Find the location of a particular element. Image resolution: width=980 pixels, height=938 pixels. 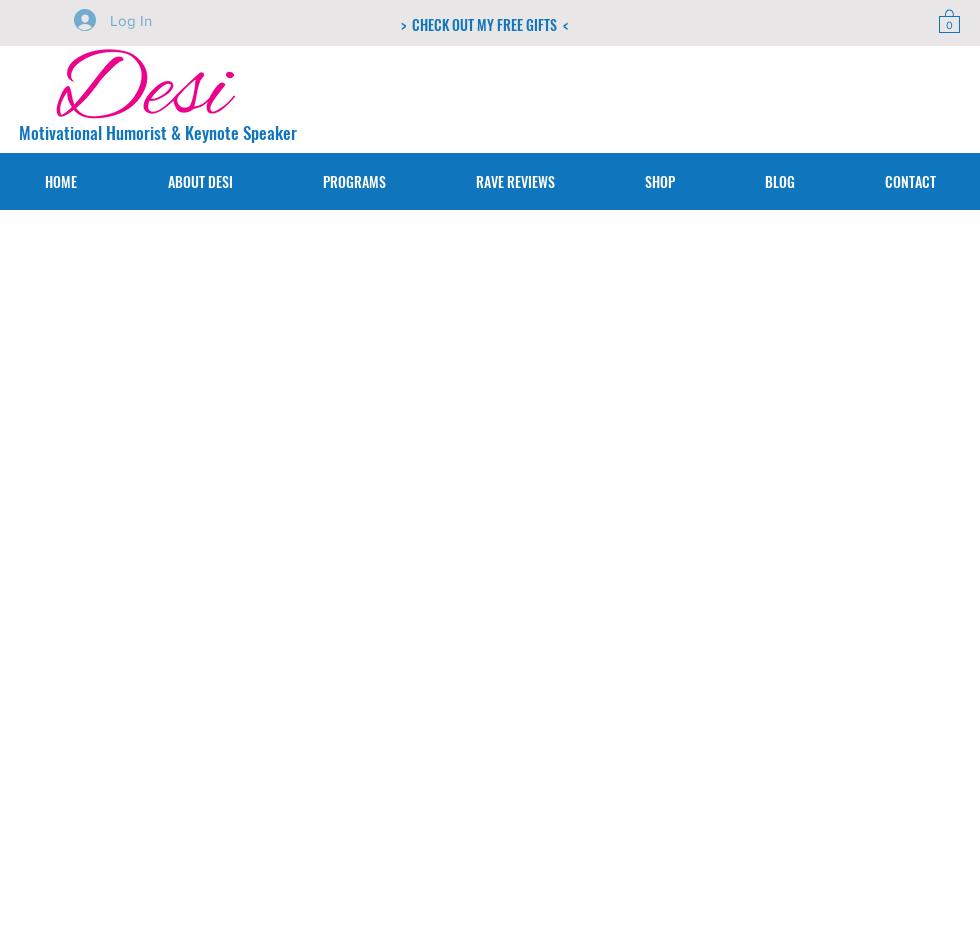

'o above and beyond to deliver meaningful content, to energize, engage, and educate audiences. As a seasoned professional, I knows your job is stressful. I'm on call to work with you every step of the way to ensure that you have EVERYTHING you need to produce the kind of event that will leave audiences singing your praises, and making' is located at coordinates (316, 593).